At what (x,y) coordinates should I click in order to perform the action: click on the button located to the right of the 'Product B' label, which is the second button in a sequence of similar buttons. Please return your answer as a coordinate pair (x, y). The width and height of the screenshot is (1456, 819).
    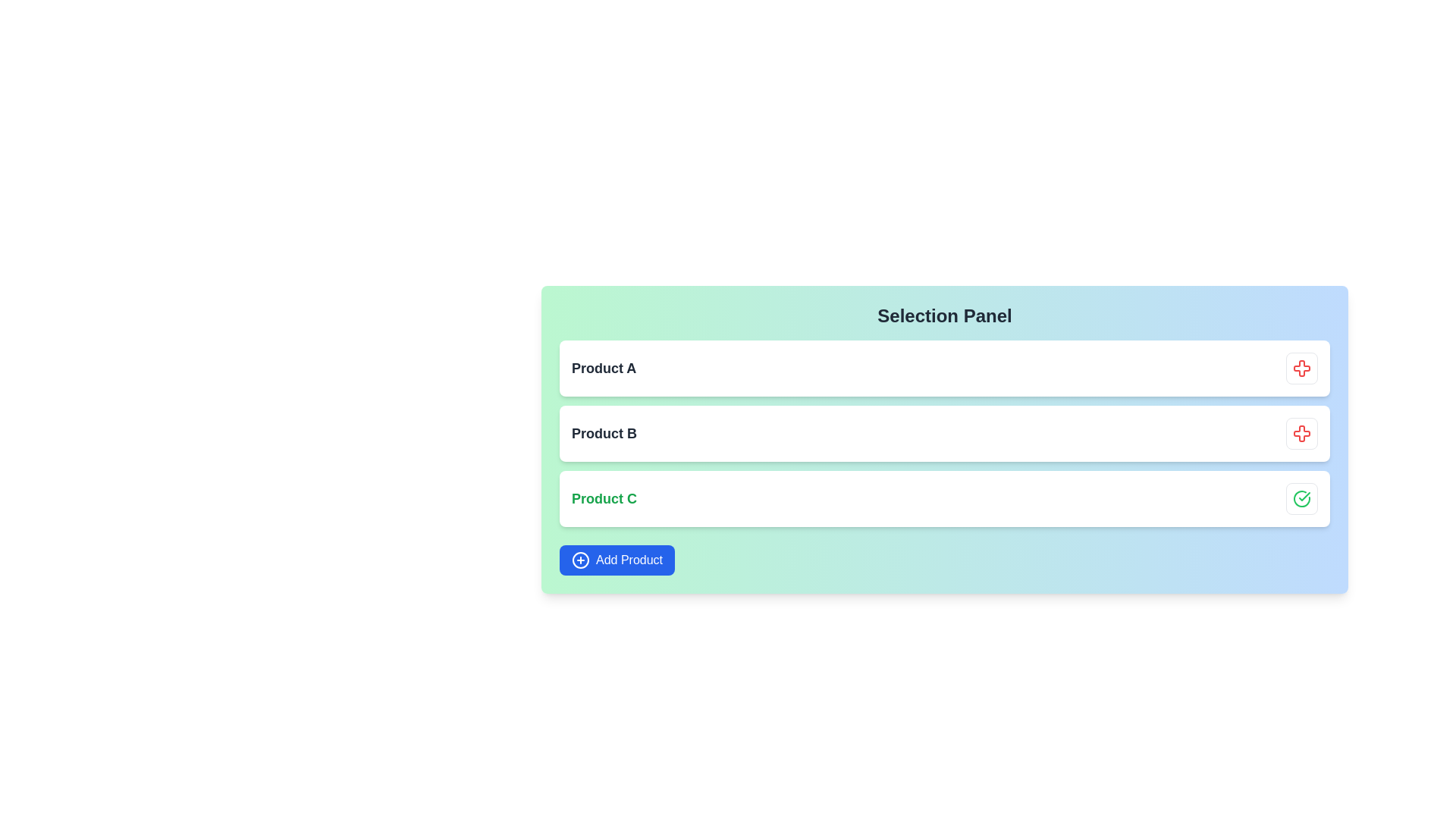
    Looking at the image, I should click on (1301, 433).